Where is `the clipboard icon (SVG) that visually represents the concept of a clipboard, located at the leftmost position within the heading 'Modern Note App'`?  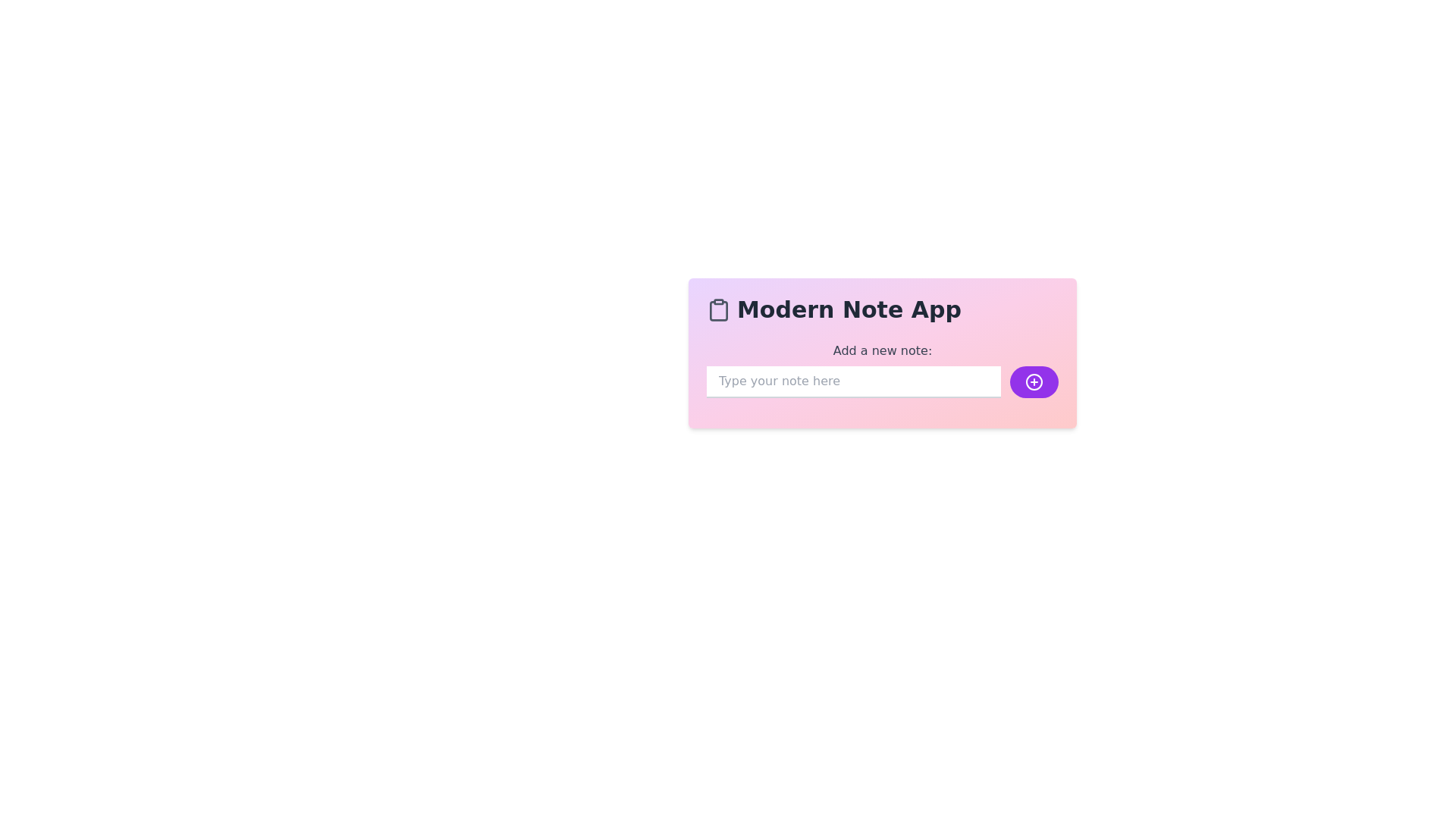 the clipboard icon (SVG) that visually represents the concept of a clipboard, located at the leftmost position within the heading 'Modern Note App' is located at coordinates (718, 309).